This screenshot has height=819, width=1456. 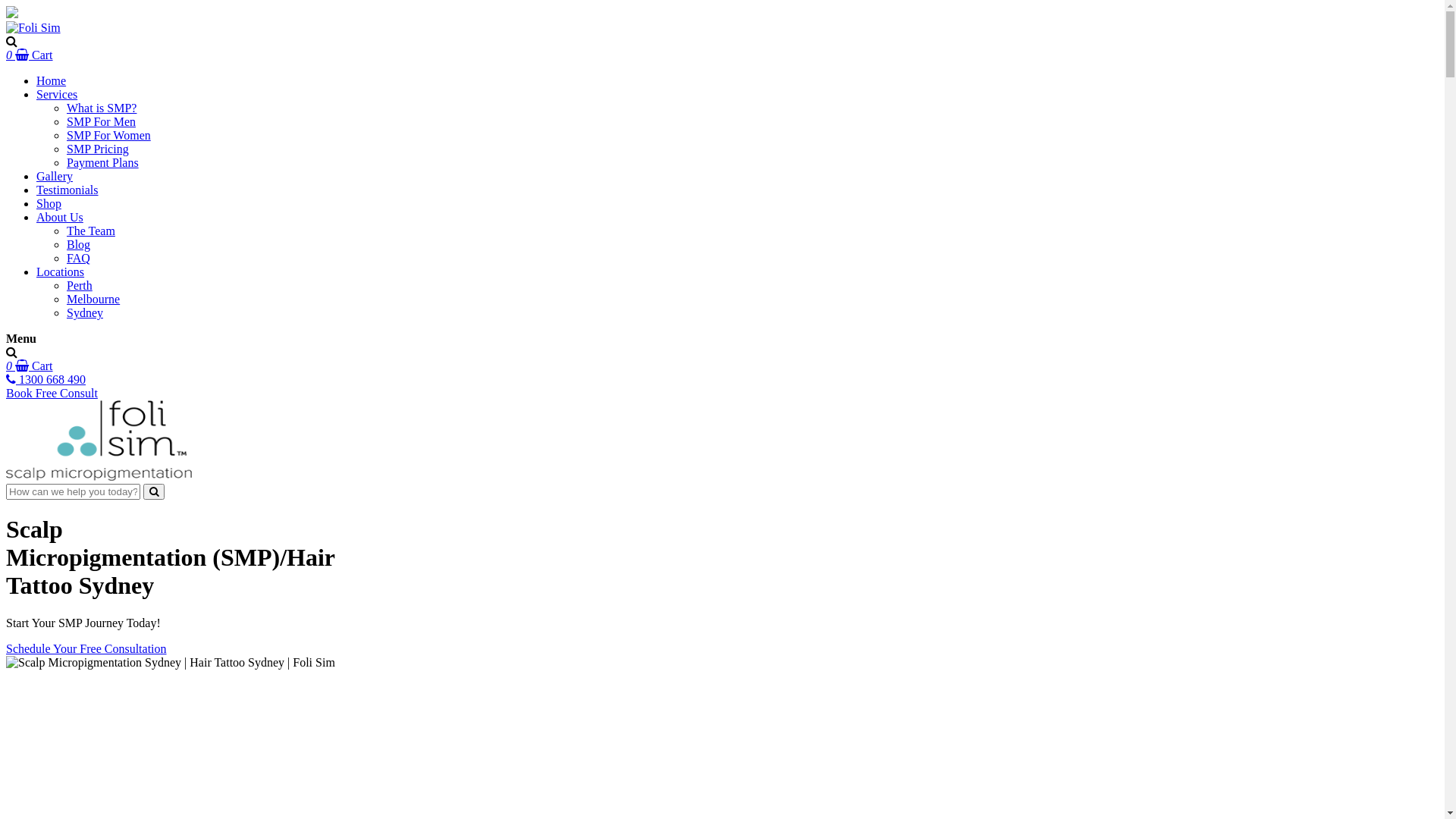 What do you see at coordinates (36, 189) in the screenshot?
I see `'Testimonials'` at bounding box center [36, 189].